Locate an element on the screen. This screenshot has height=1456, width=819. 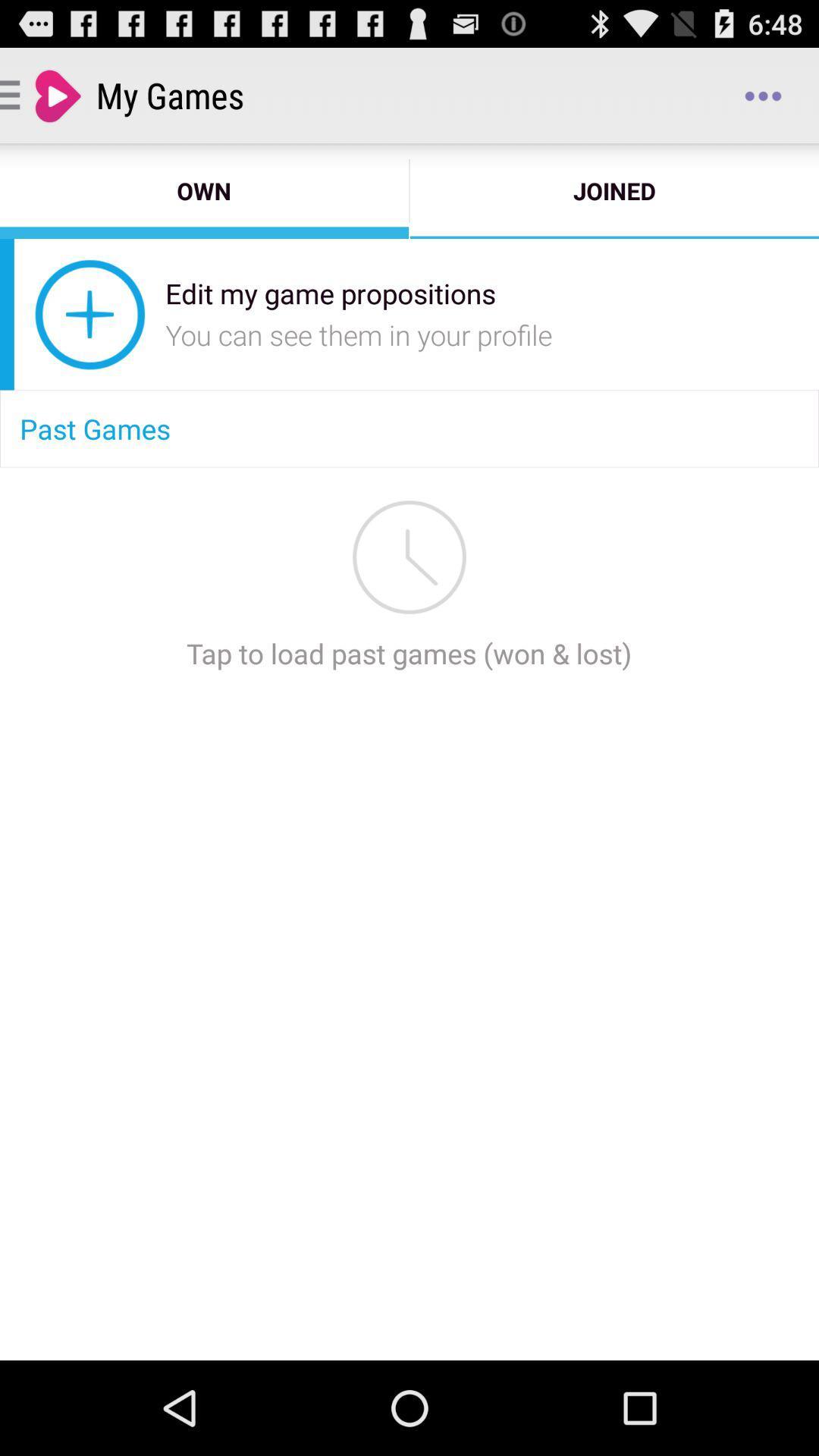
the item to the right of the my games item is located at coordinates (763, 94).